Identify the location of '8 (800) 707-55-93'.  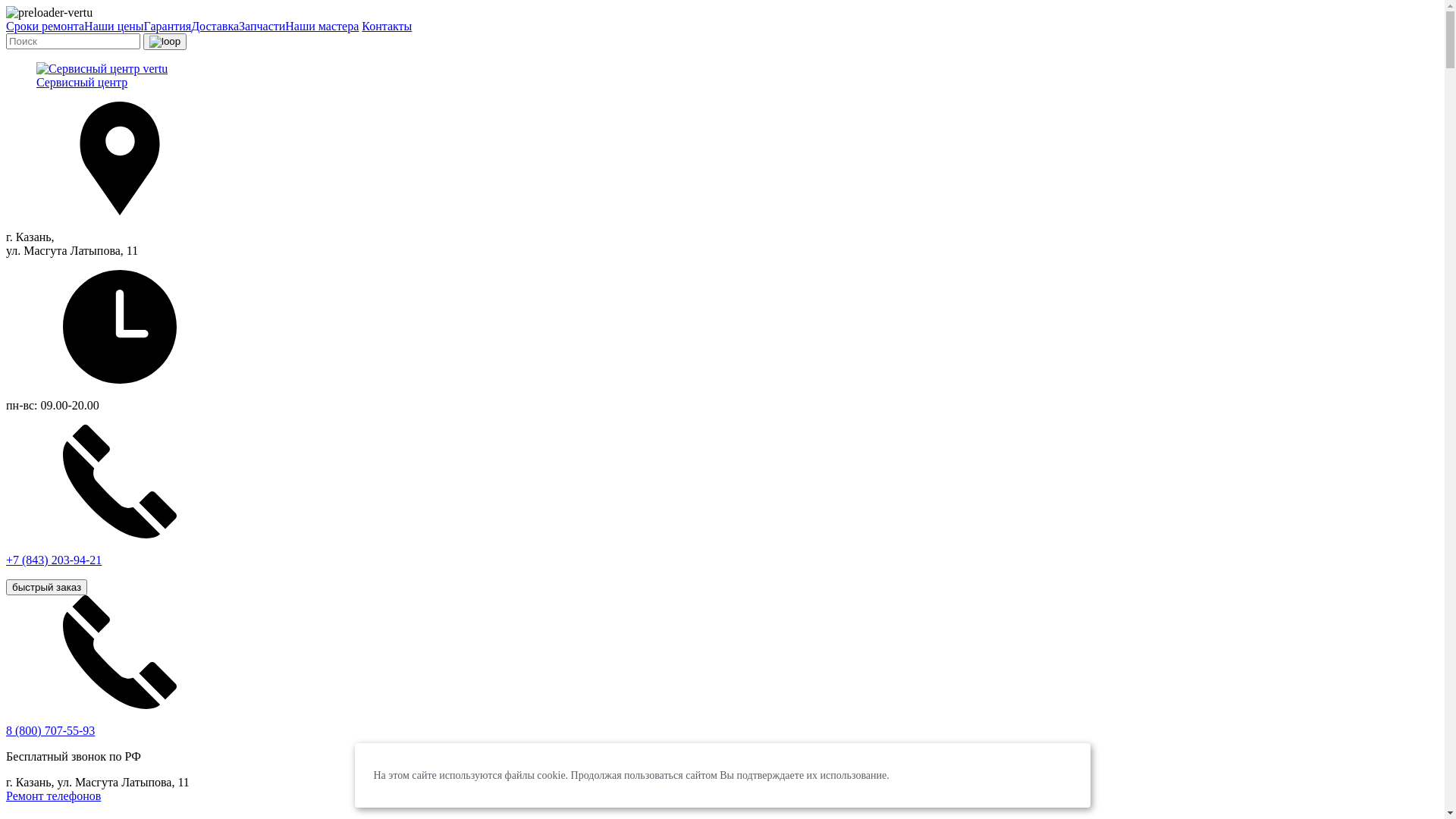
(50, 730).